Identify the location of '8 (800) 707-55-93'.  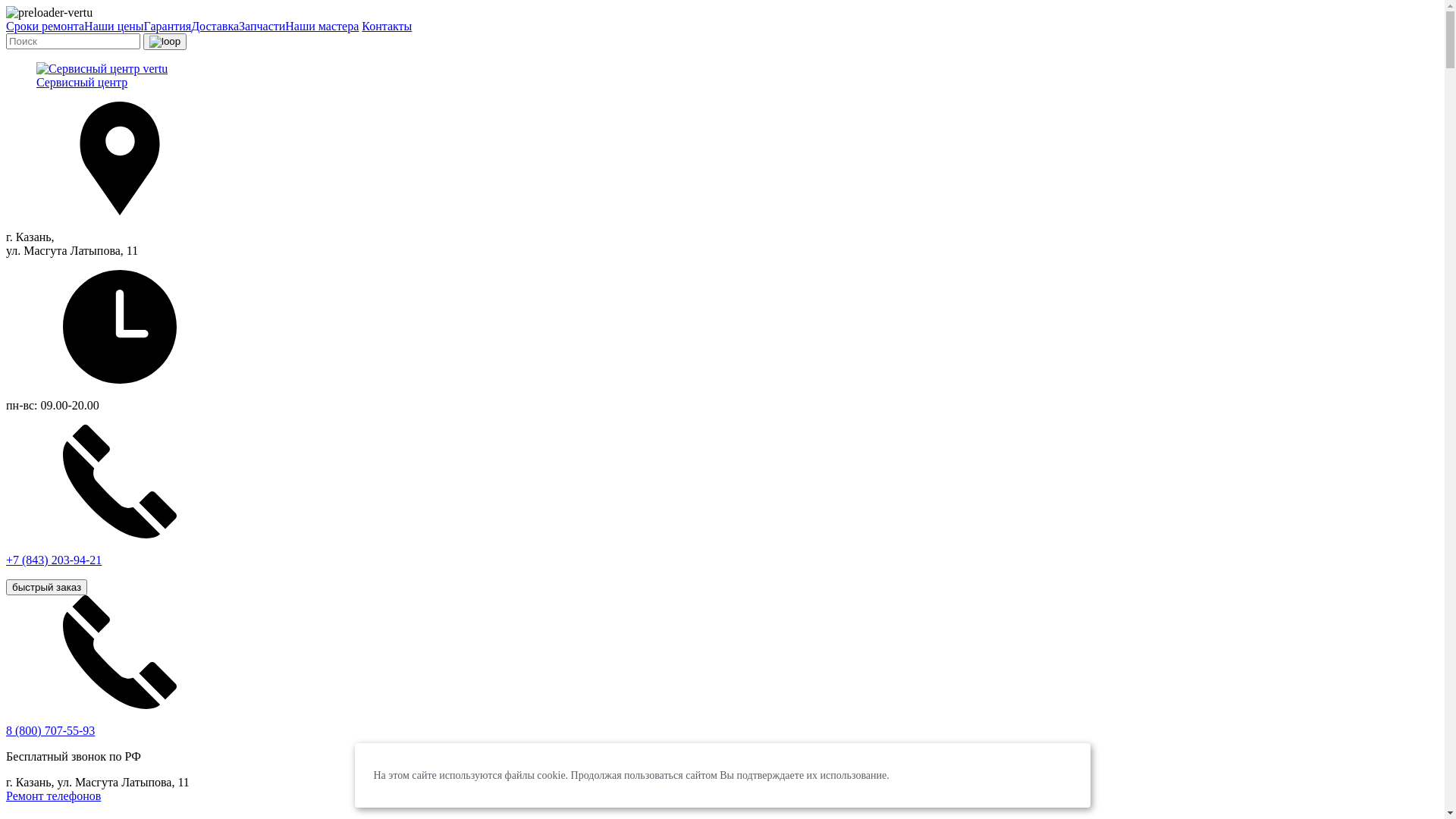
(50, 730).